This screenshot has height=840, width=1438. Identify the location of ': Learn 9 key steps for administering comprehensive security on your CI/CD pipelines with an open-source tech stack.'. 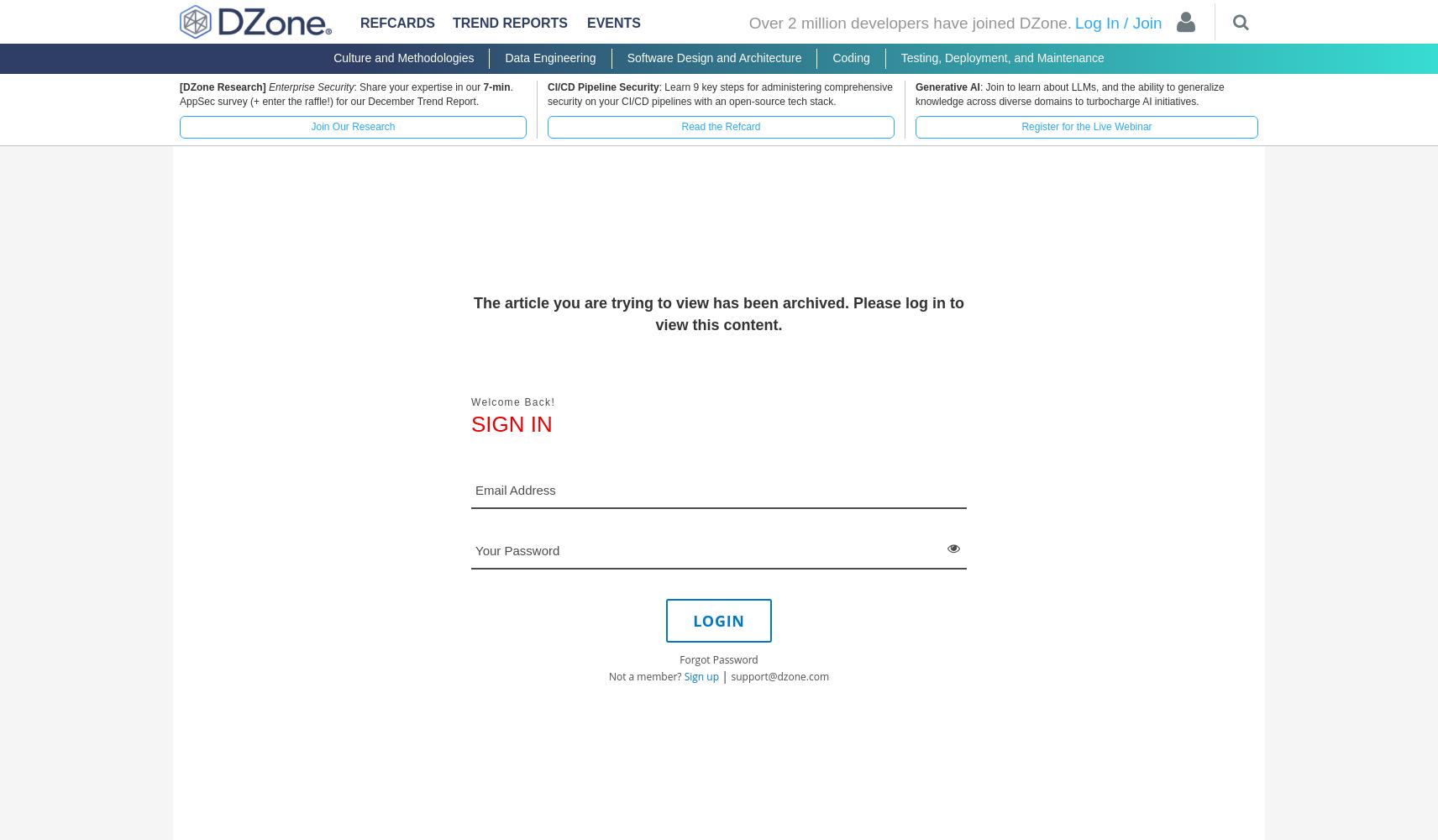
(547, 93).